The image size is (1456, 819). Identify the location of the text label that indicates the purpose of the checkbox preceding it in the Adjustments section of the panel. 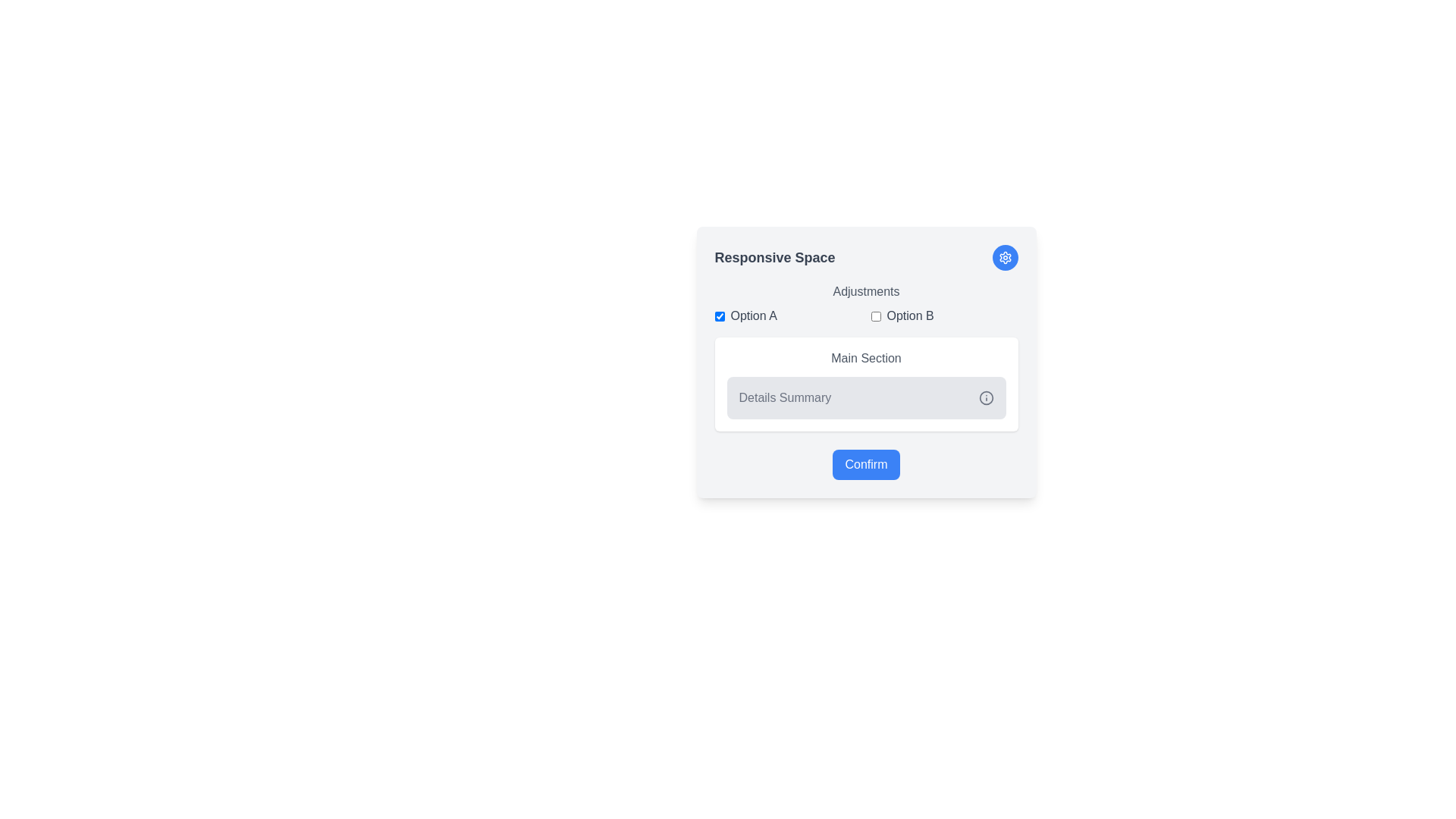
(910, 315).